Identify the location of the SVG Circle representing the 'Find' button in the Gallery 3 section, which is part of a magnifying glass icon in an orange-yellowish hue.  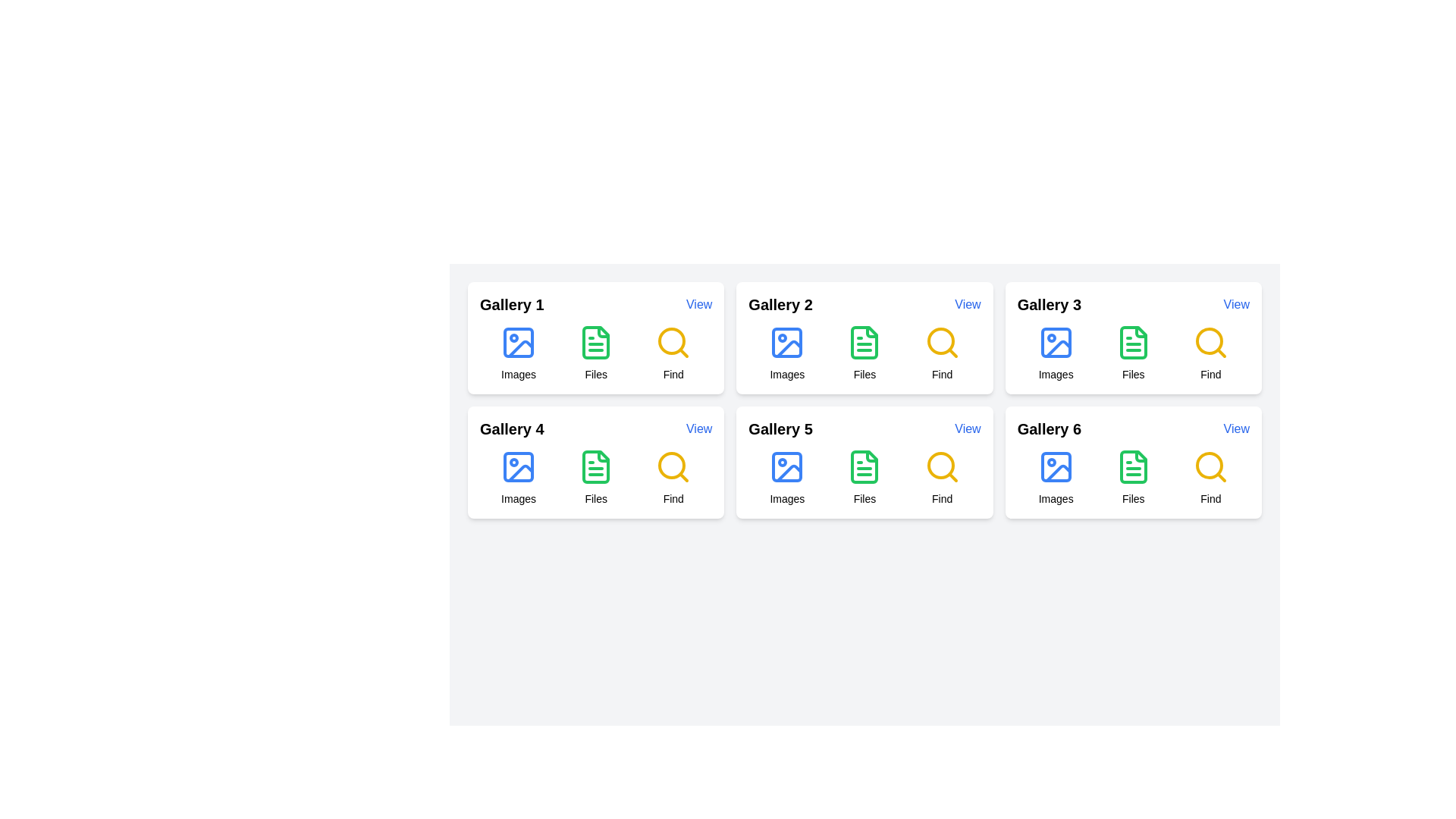
(1208, 341).